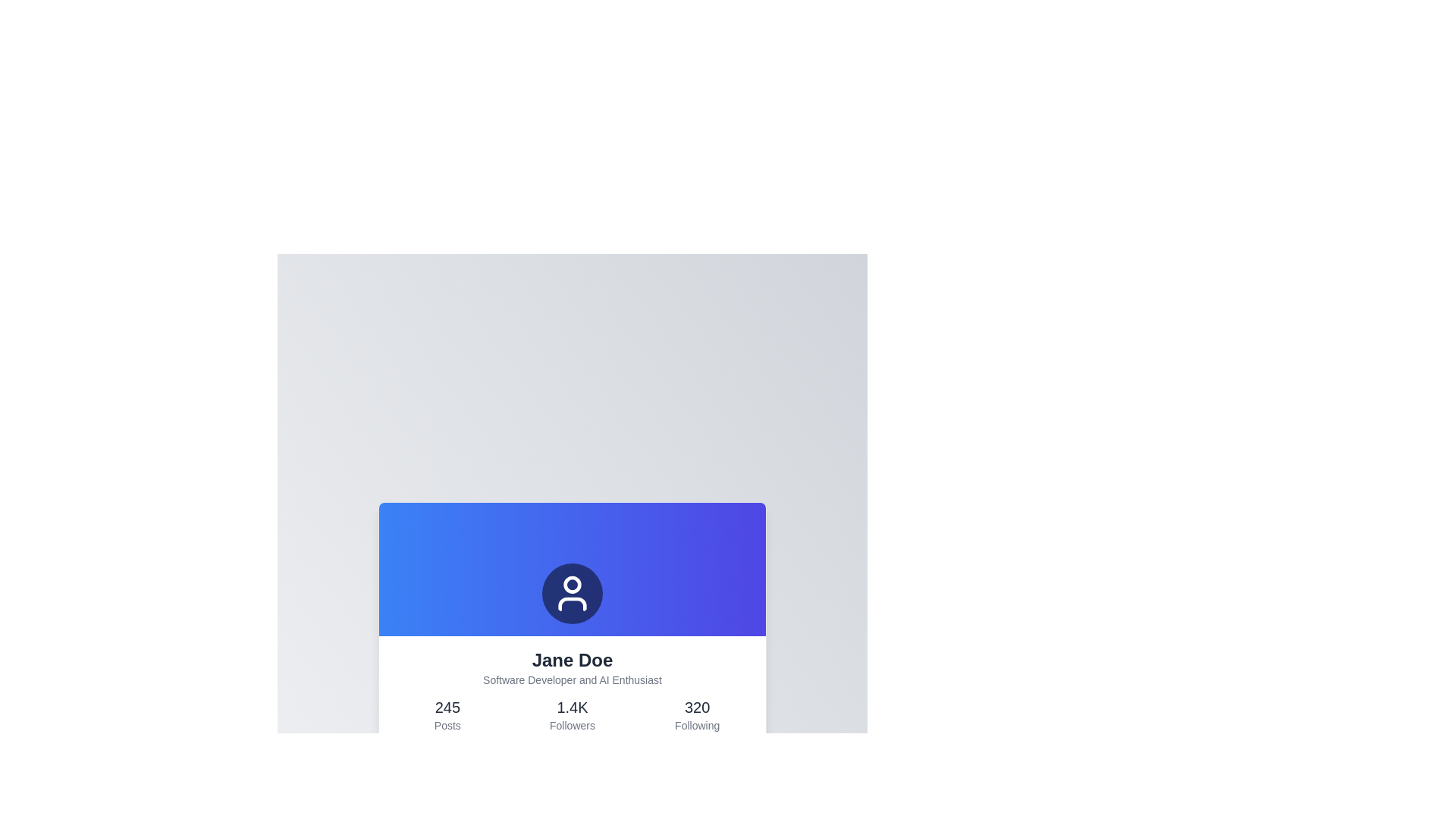 The height and width of the screenshot is (819, 1456). Describe the element at coordinates (571, 714) in the screenshot. I see `the text display element showing '1.4K Followers' which is located in the middle column of the profile details section, flanked by '245 Posts' and '320 Following'` at that location.